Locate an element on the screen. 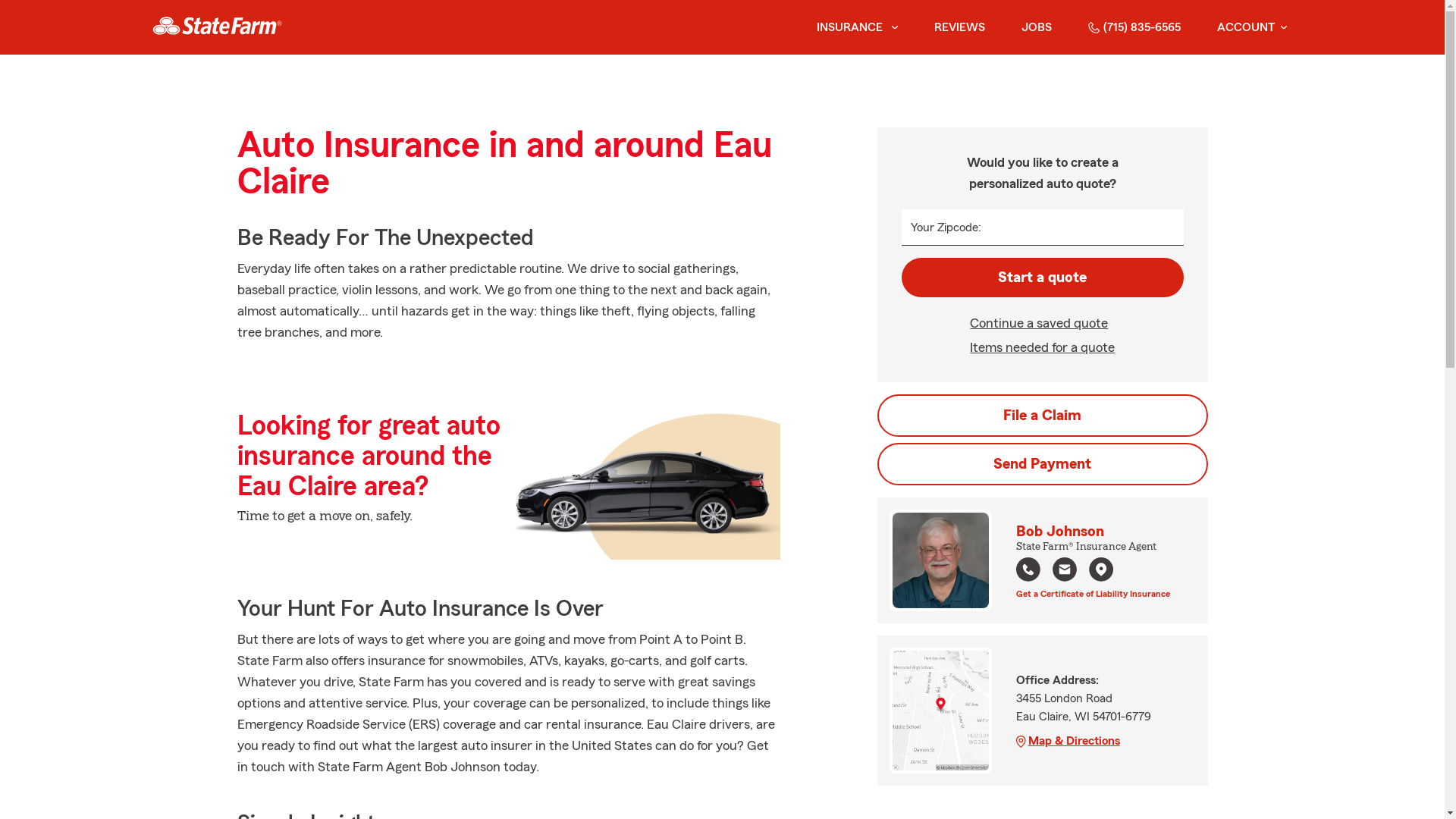 The height and width of the screenshot is (819, 1456). '(715) 835-6565' is located at coordinates (1133, 27).